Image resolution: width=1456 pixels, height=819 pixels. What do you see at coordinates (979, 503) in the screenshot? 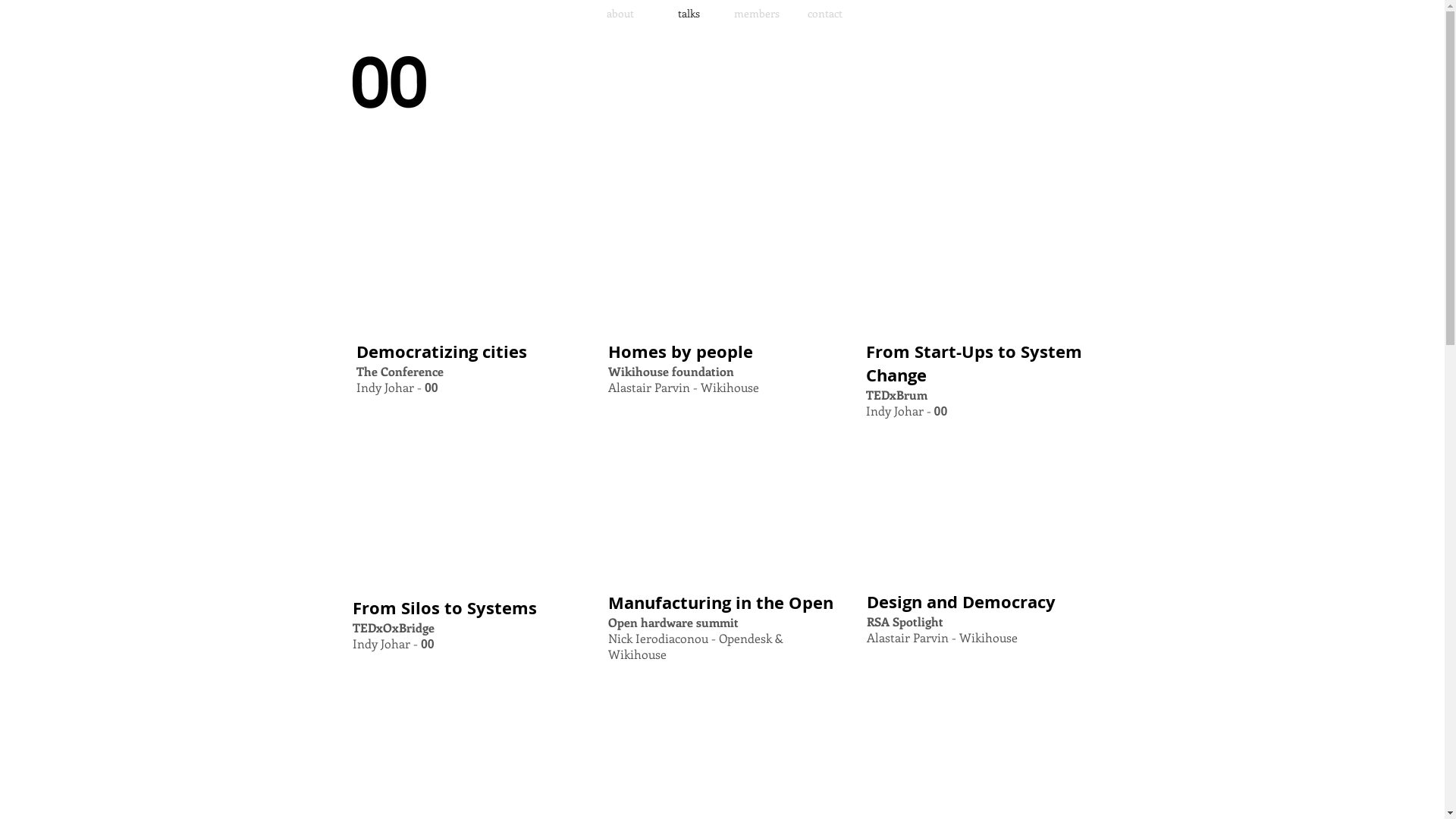
I see `'External YouTube'` at bounding box center [979, 503].